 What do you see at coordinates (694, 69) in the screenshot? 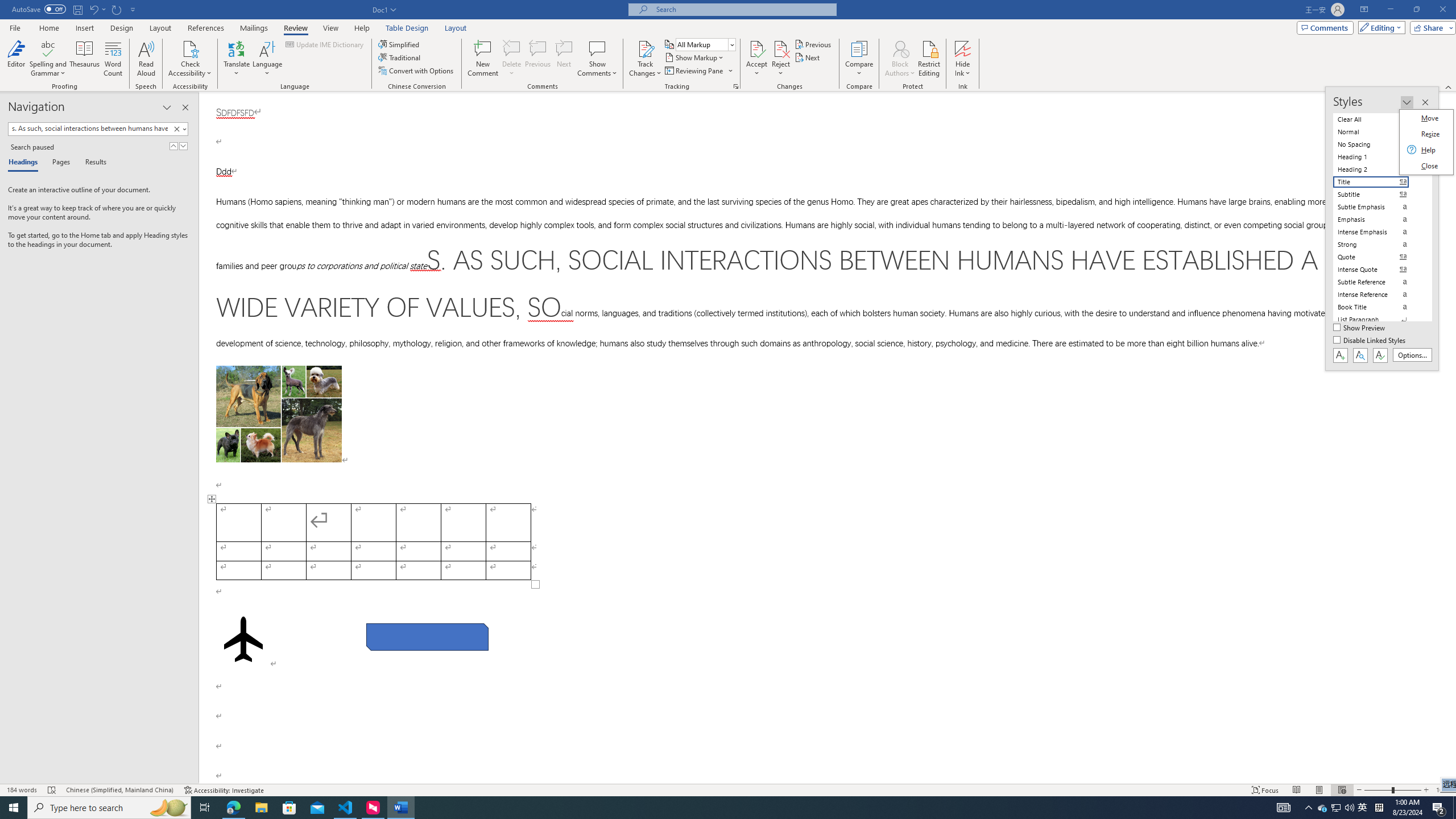
I see `'Reviewing Pane'` at bounding box center [694, 69].